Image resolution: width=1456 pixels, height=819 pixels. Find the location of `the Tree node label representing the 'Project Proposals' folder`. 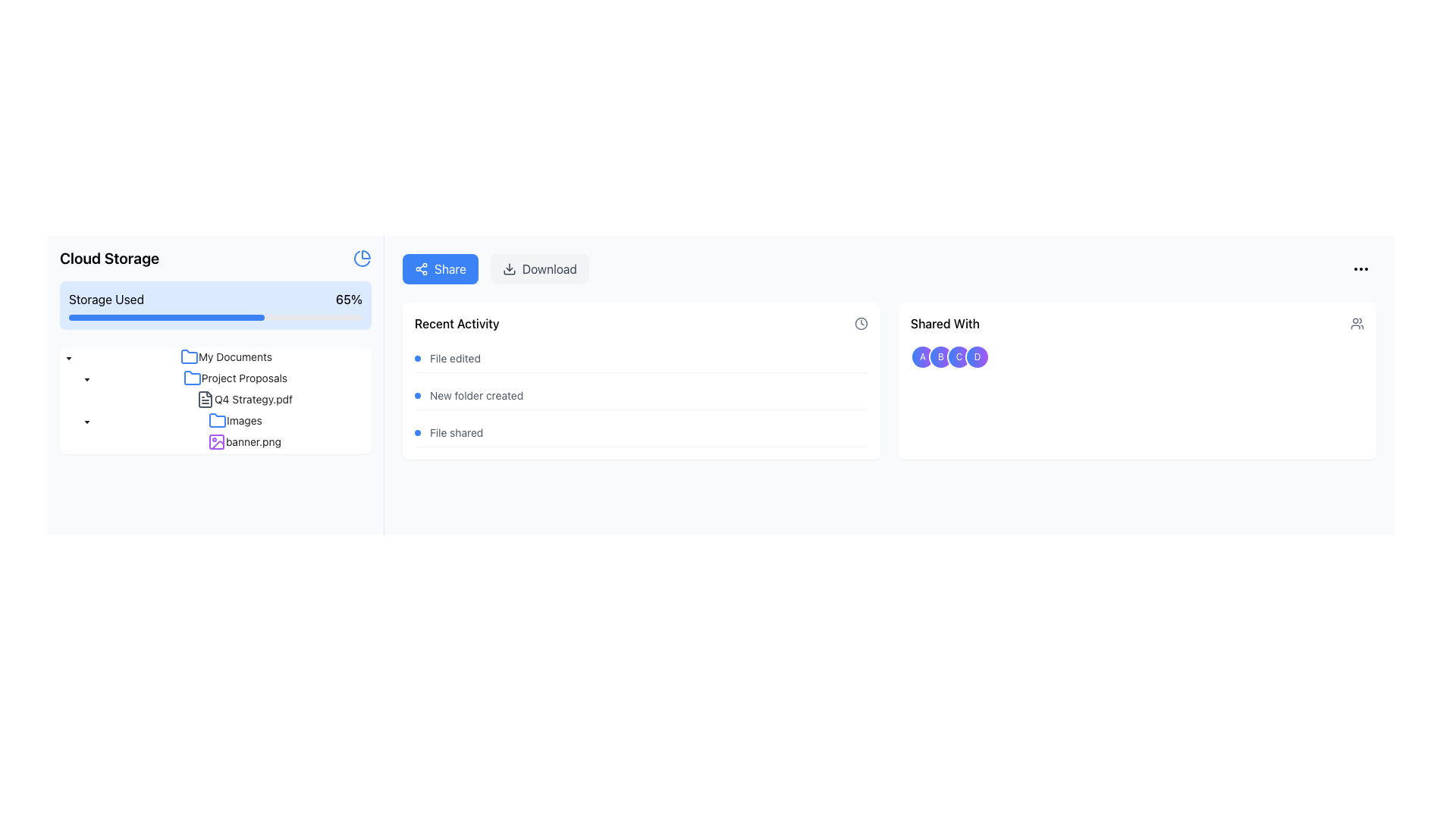

the Tree node label representing the 'Project Proposals' folder is located at coordinates (244, 377).